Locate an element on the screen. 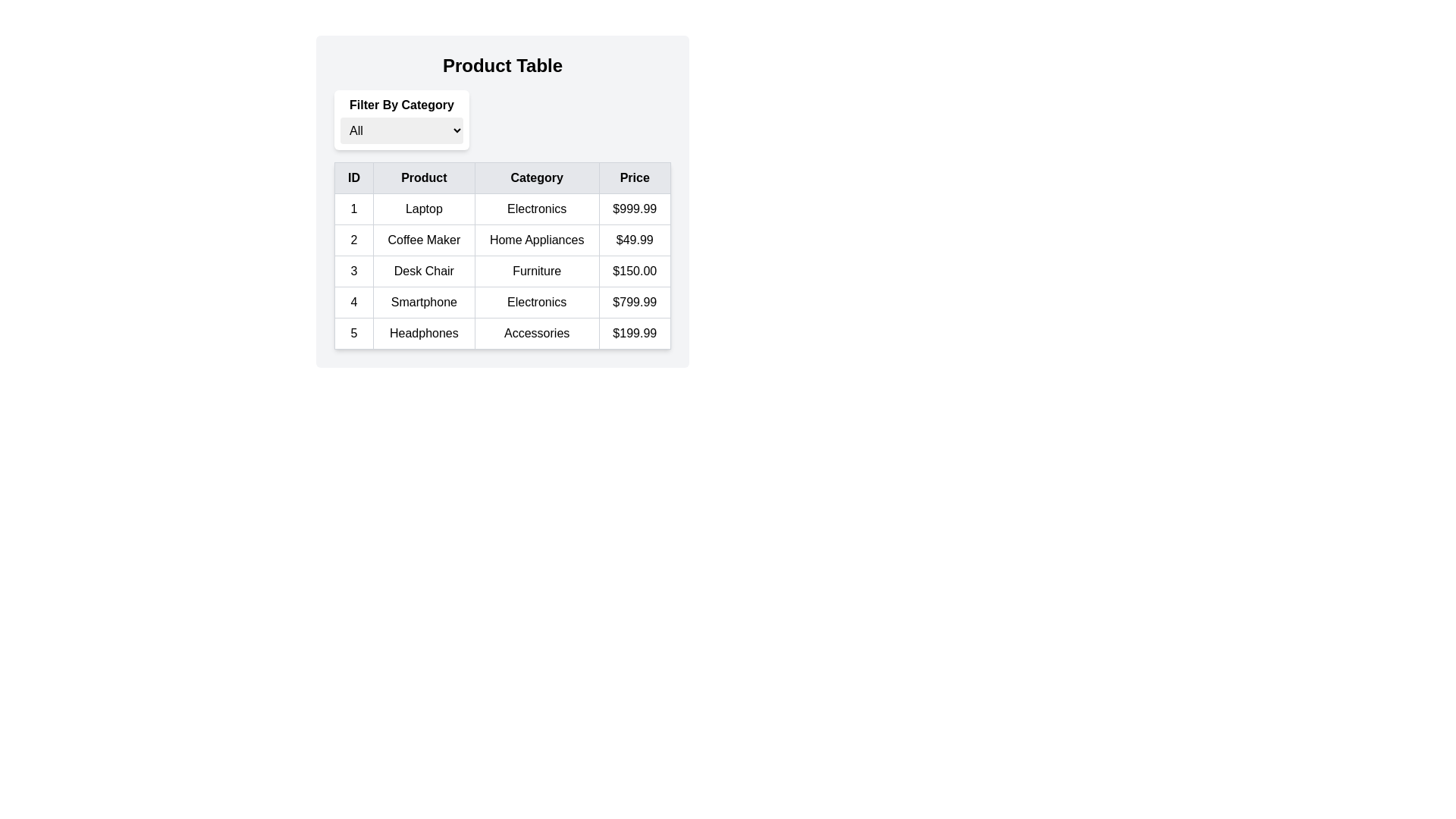 This screenshot has width=1456, height=819. the table cell displaying the numeral '2' in black text on a white background, positioned in the second row of the table under the 'ID' column is located at coordinates (353, 239).